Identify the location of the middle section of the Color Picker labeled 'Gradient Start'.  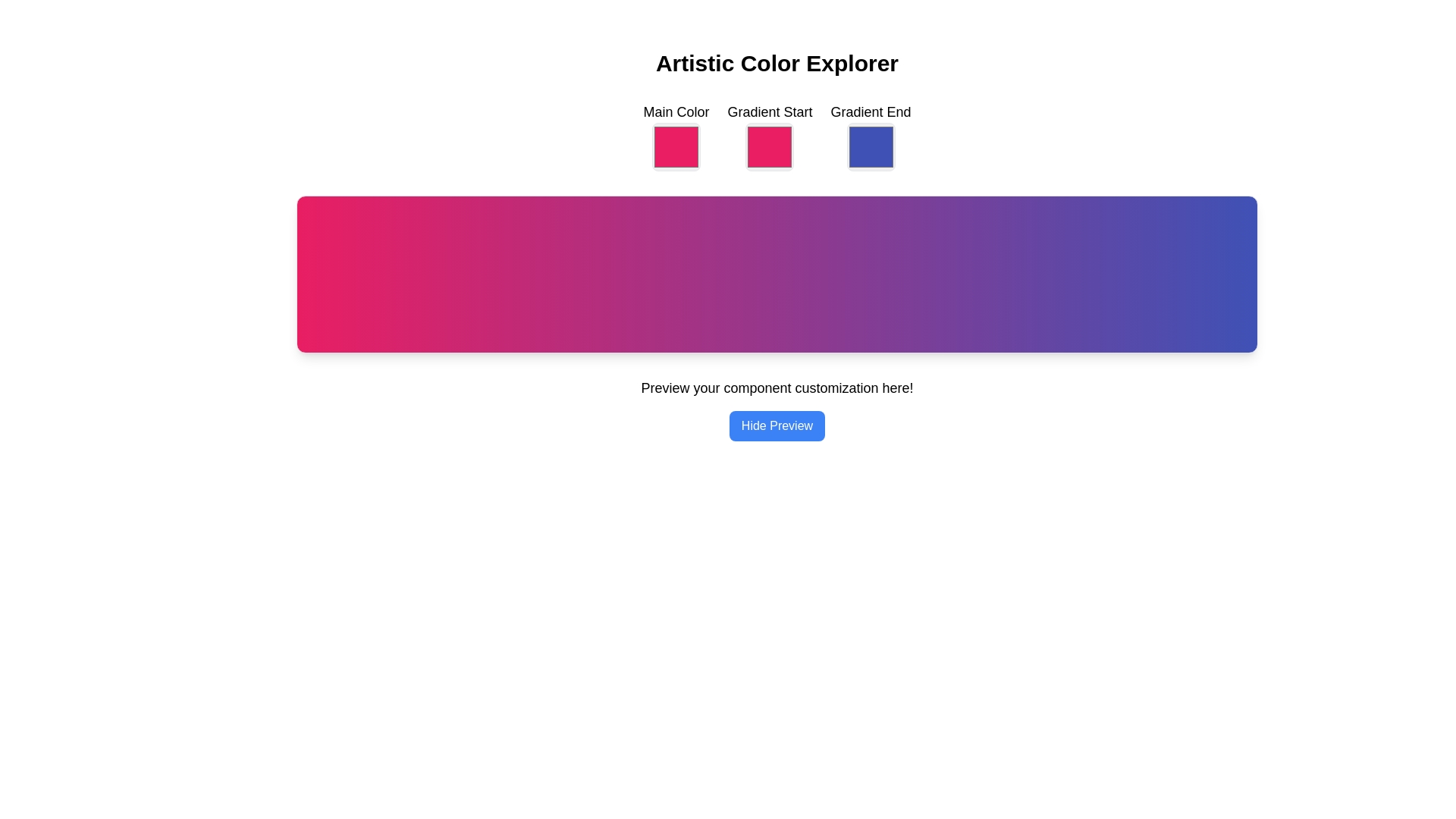
(777, 136).